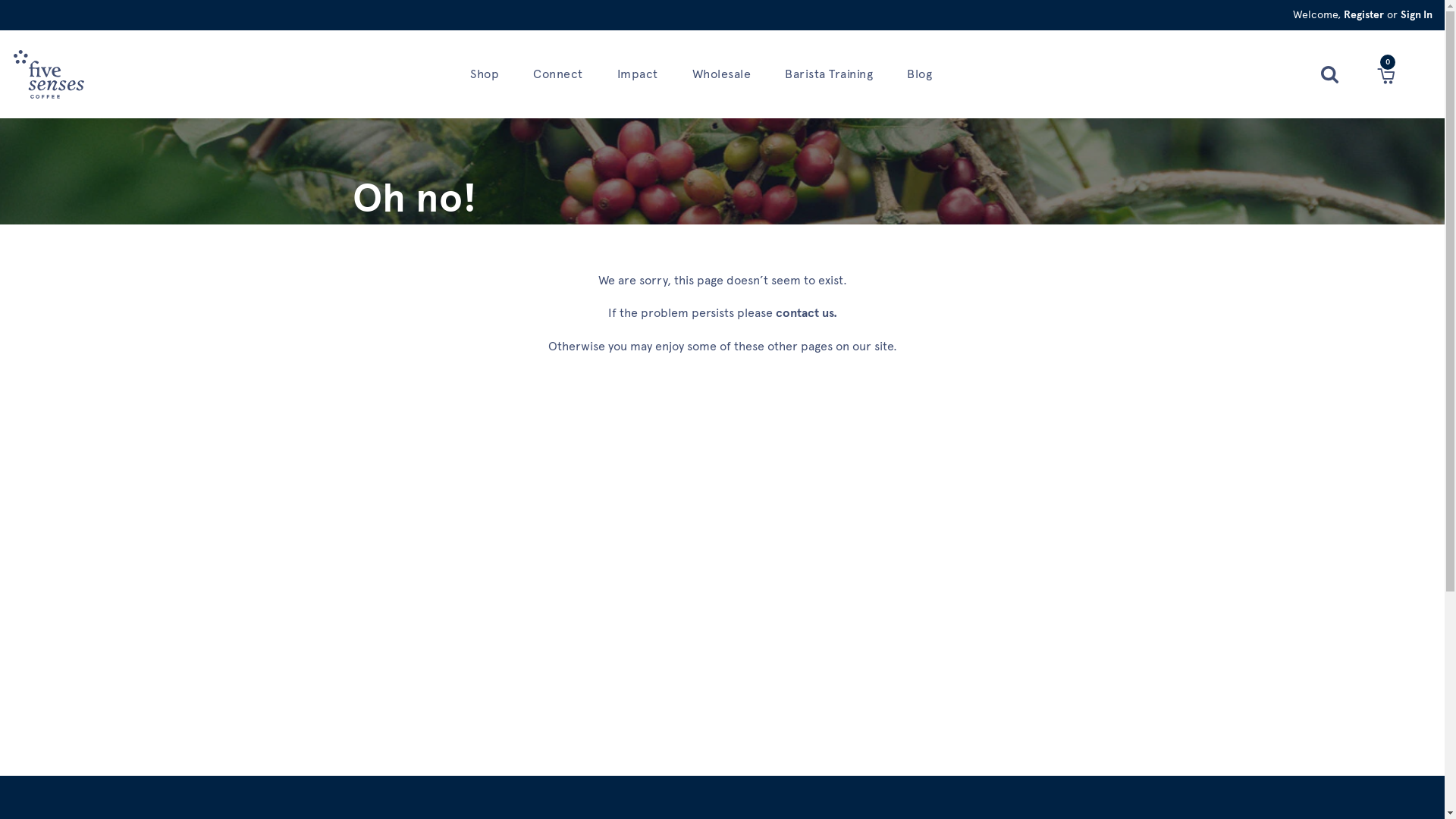 This screenshot has width=1456, height=819. What do you see at coordinates (486, 74) in the screenshot?
I see `'Shop'` at bounding box center [486, 74].